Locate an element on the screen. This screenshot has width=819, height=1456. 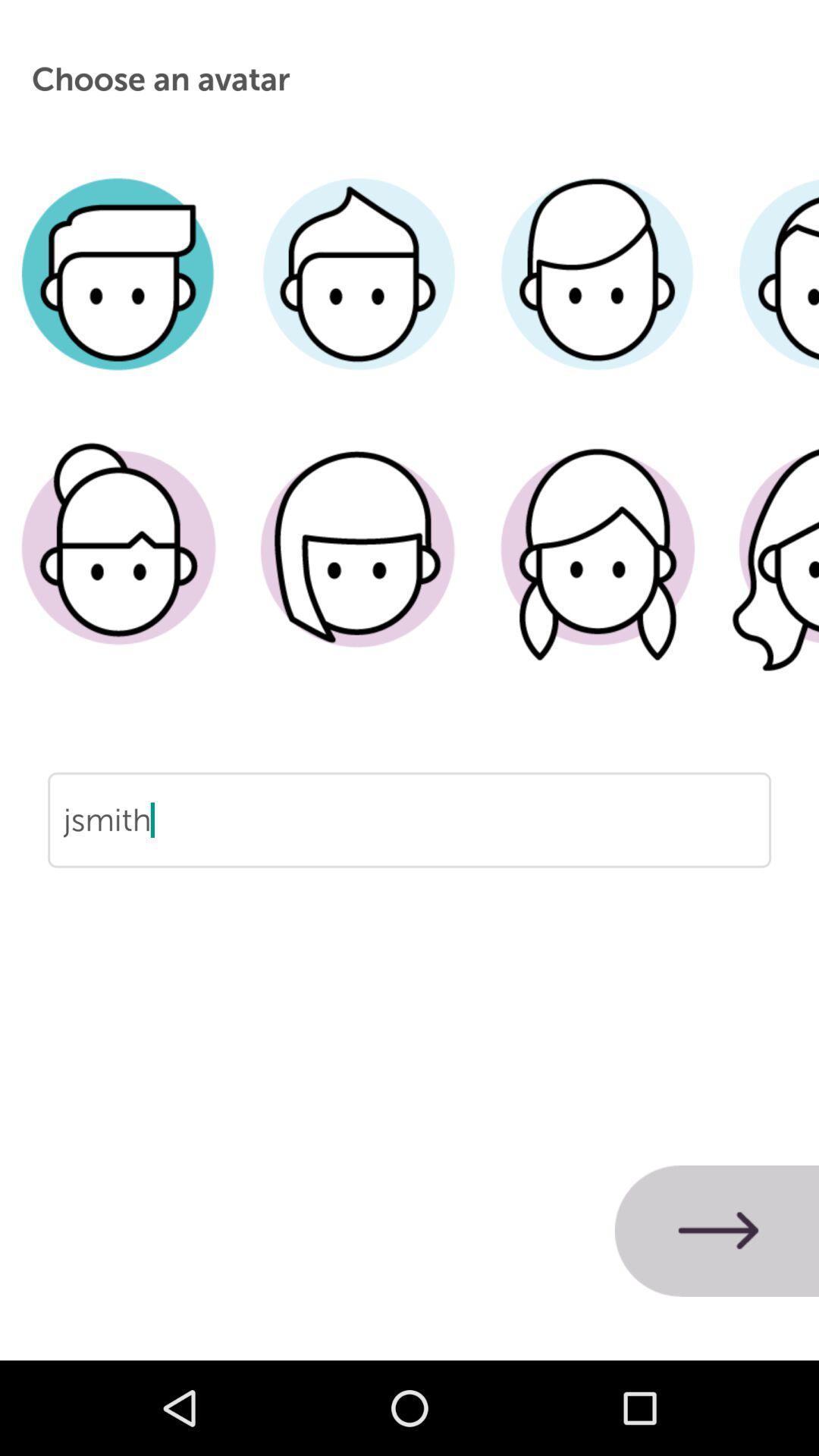
click on avatar is located at coordinates (596, 297).